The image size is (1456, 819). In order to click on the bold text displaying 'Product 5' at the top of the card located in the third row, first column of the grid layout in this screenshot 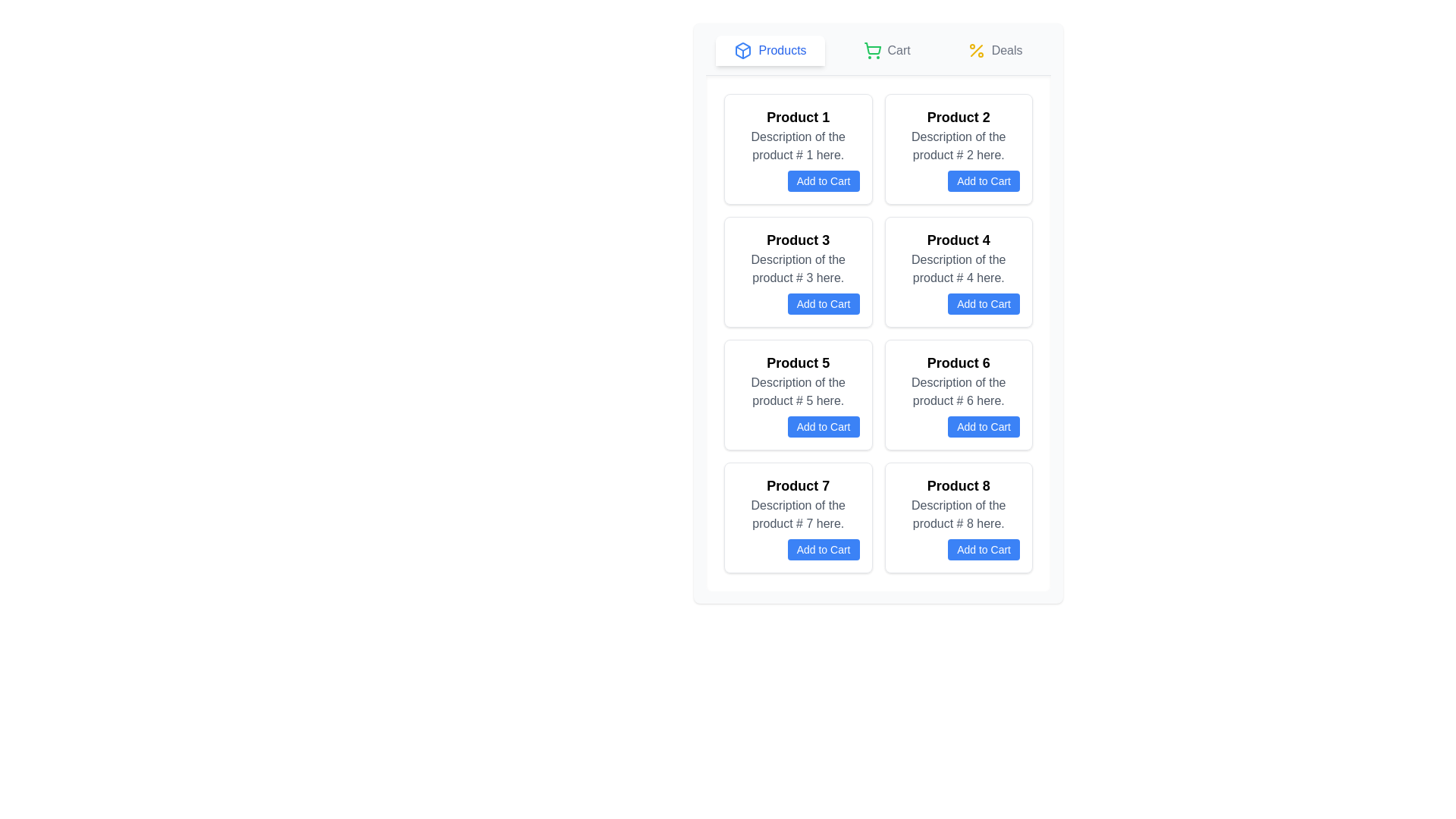, I will do `click(797, 362)`.